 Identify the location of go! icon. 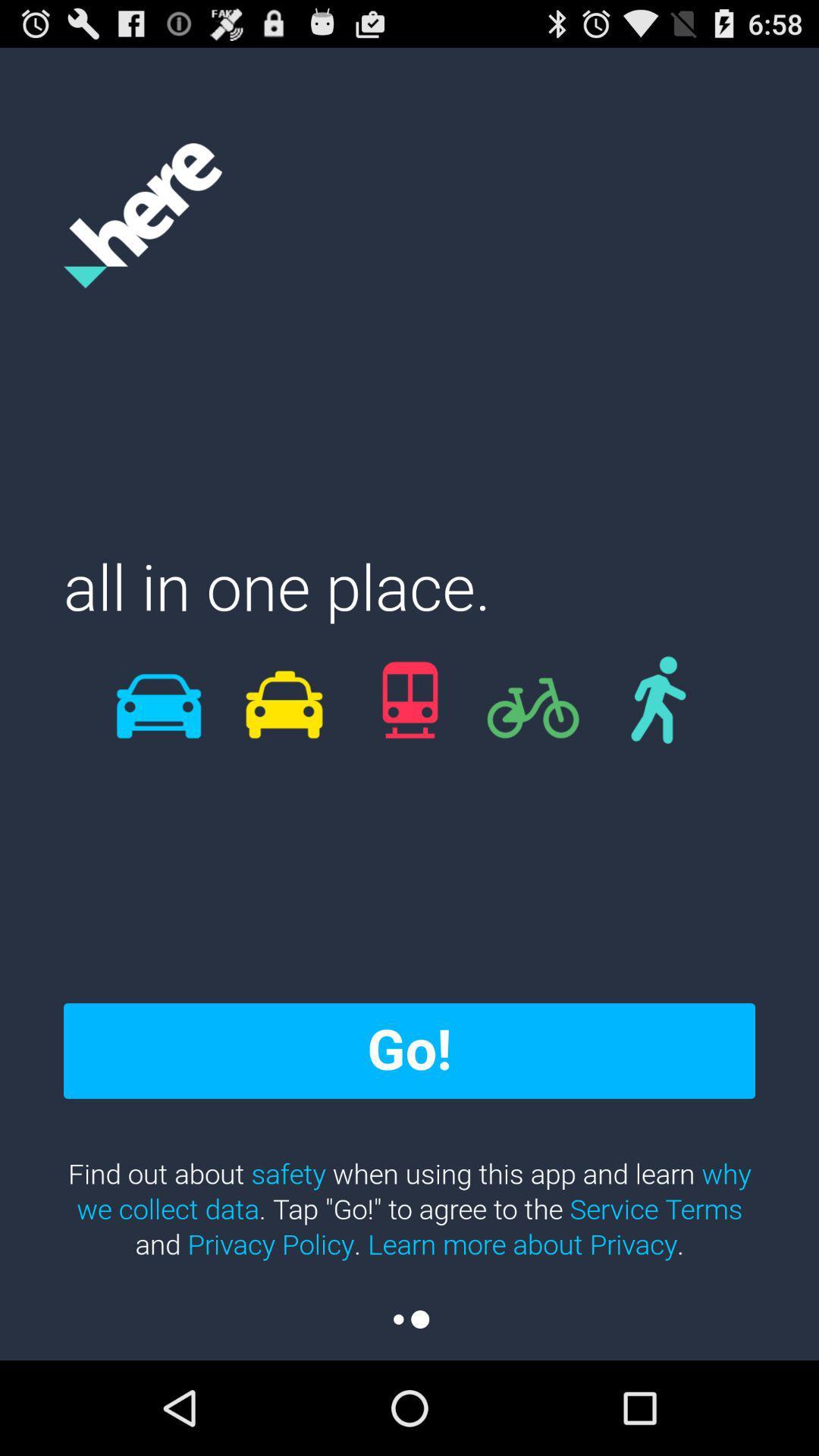
(409, 1050).